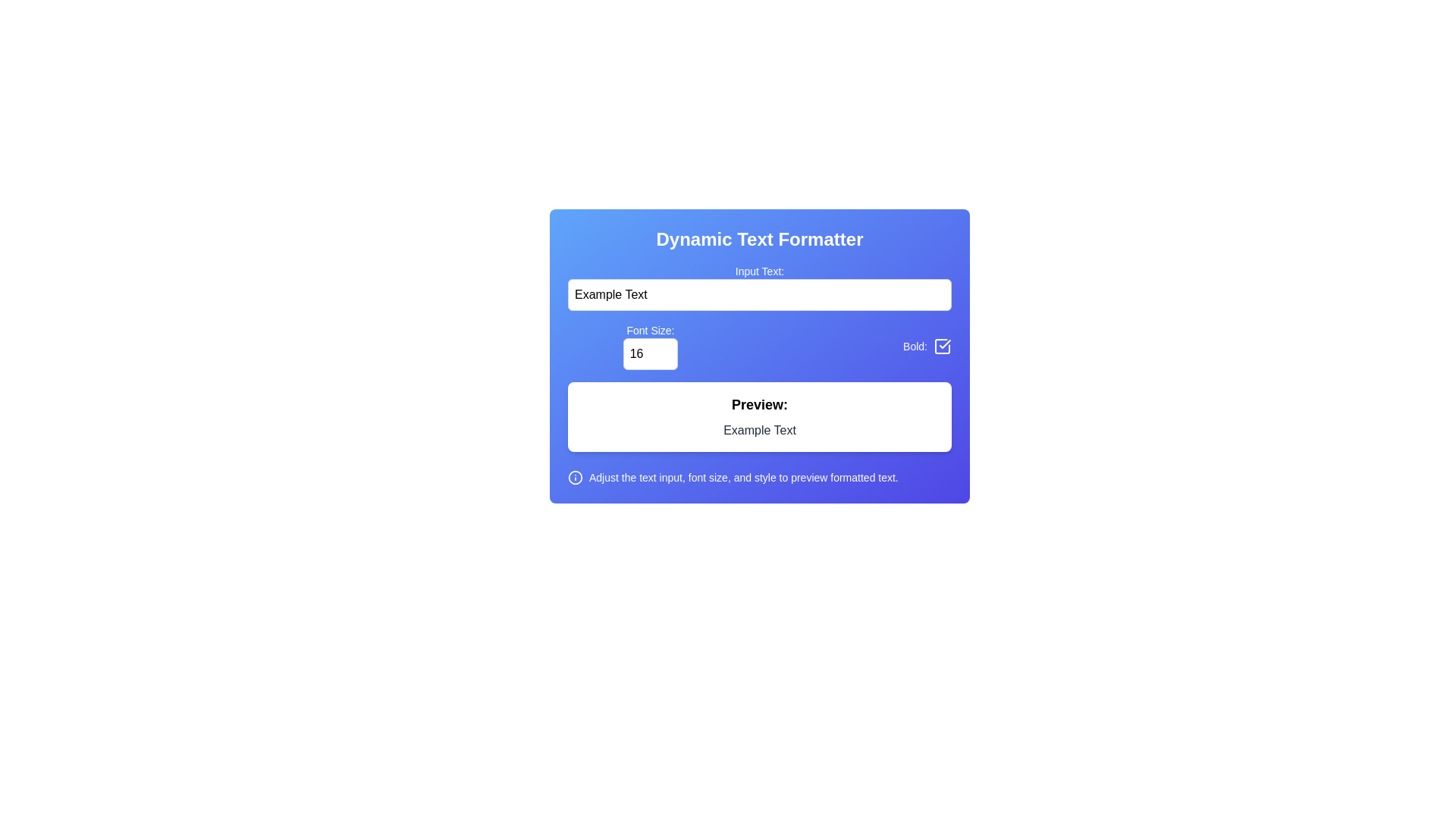 Image resolution: width=1456 pixels, height=819 pixels. I want to click on the checkbox that is labeled 'Bold:', which is styled in small, medium-weight white font, so click(927, 346).